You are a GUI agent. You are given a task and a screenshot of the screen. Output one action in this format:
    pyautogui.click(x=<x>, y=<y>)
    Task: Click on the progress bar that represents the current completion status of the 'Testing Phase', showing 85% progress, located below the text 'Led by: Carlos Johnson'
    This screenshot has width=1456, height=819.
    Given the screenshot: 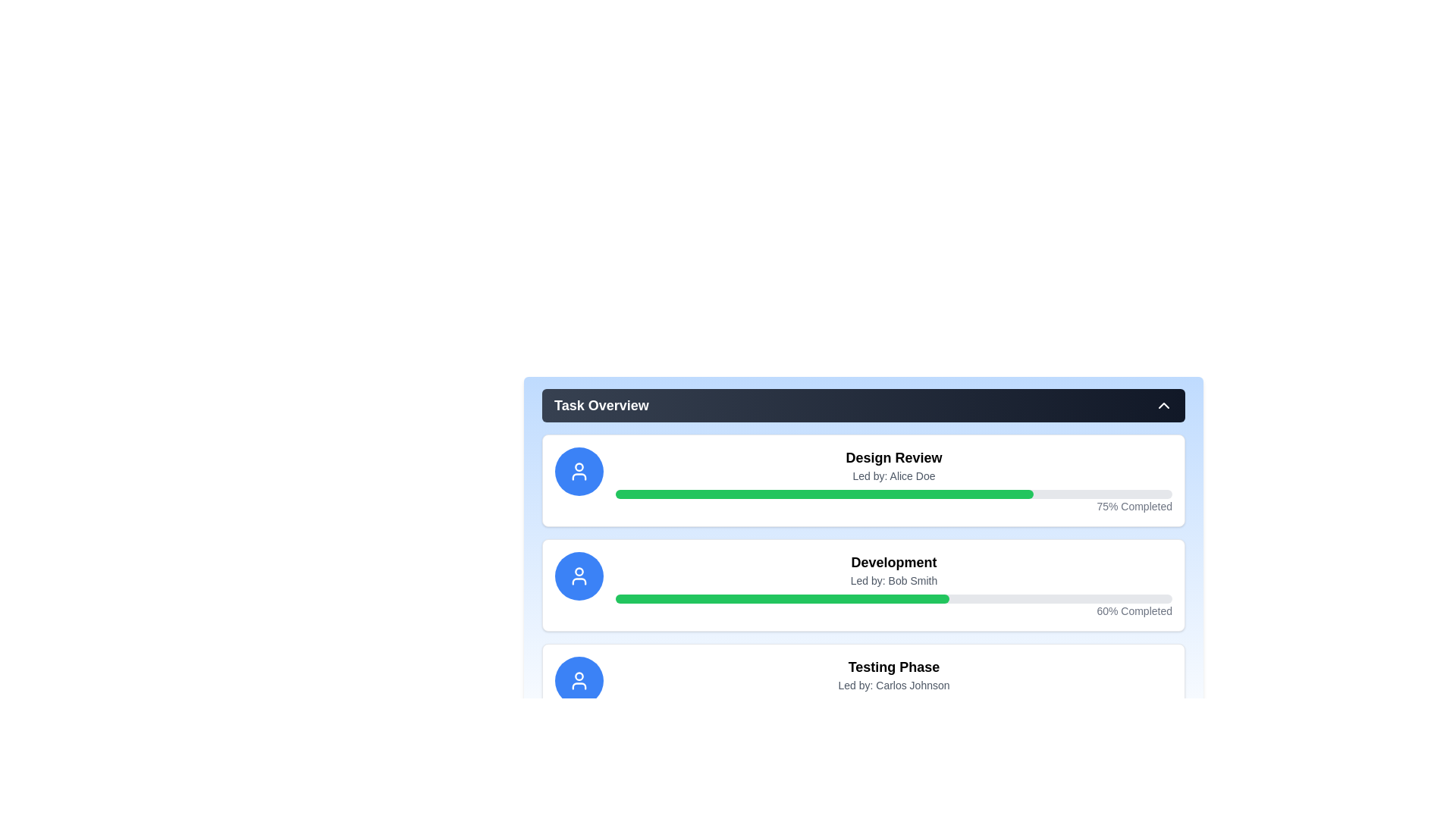 What is the action you would take?
    pyautogui.click(x=894, y=704)
    